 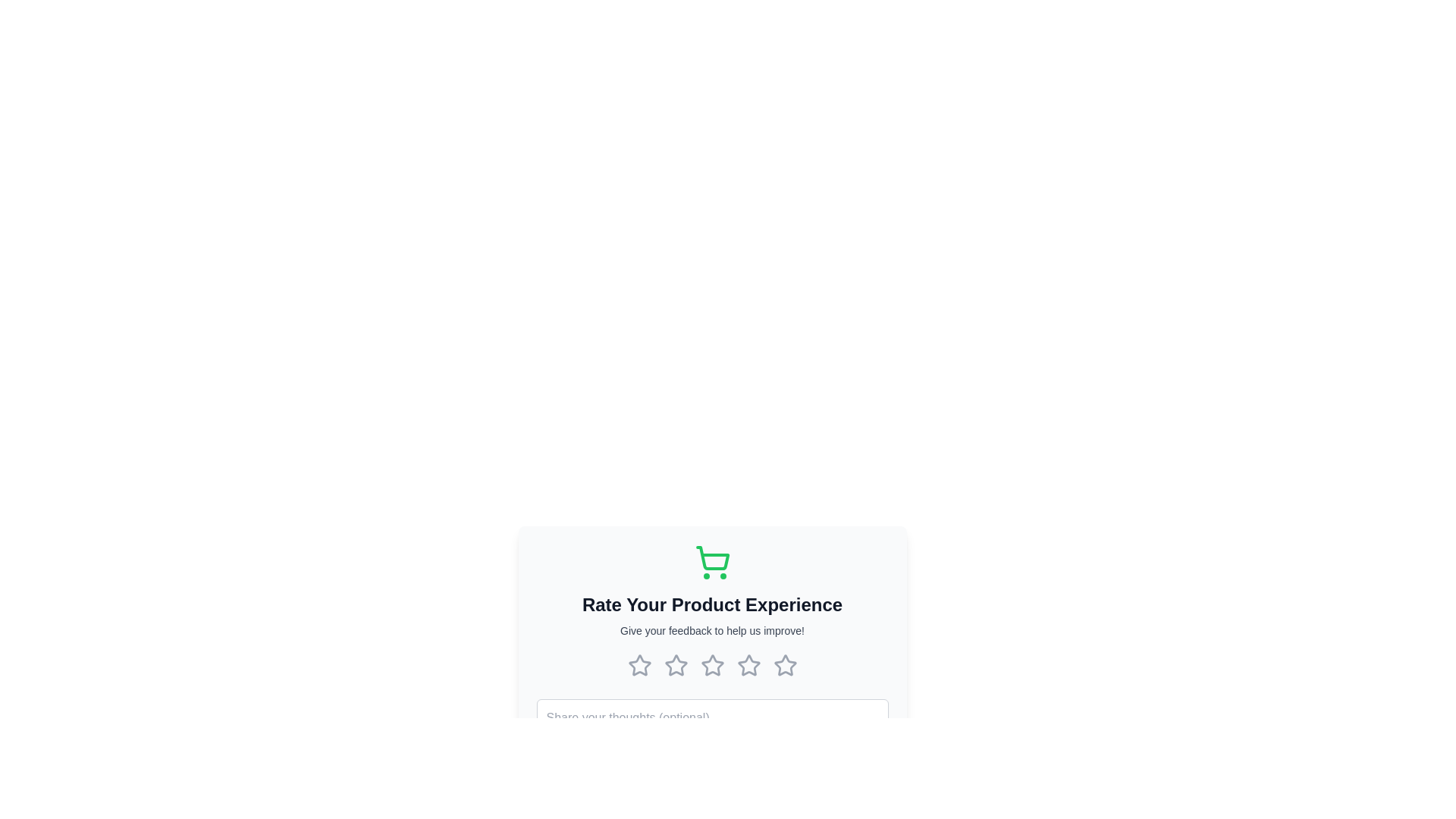 I want to click on the third star icon in the rating system, so click(x=711, y=664).